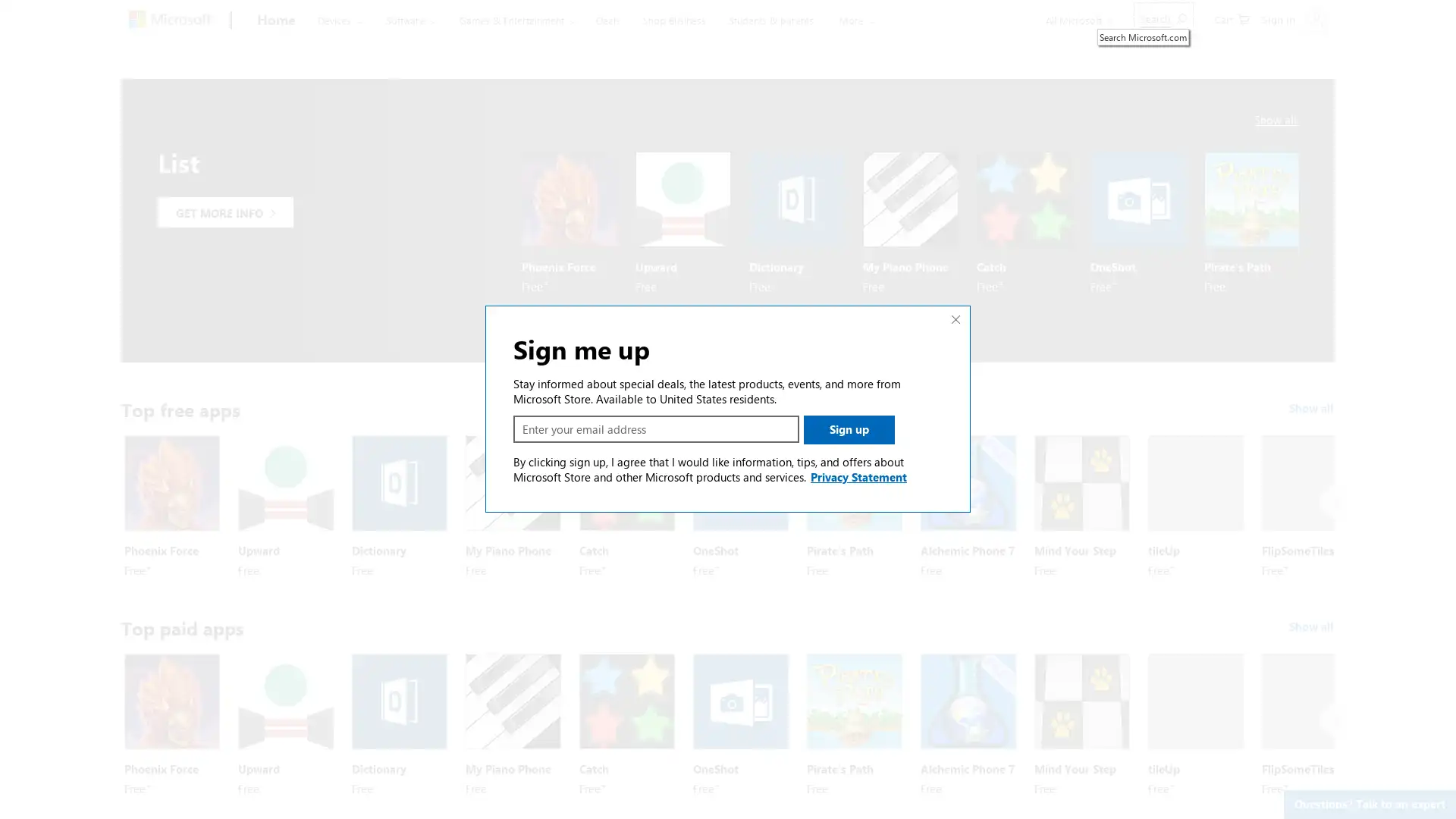  Describe the element at coordinates (407, 20) in the screenshot. I see `Software` at that location.